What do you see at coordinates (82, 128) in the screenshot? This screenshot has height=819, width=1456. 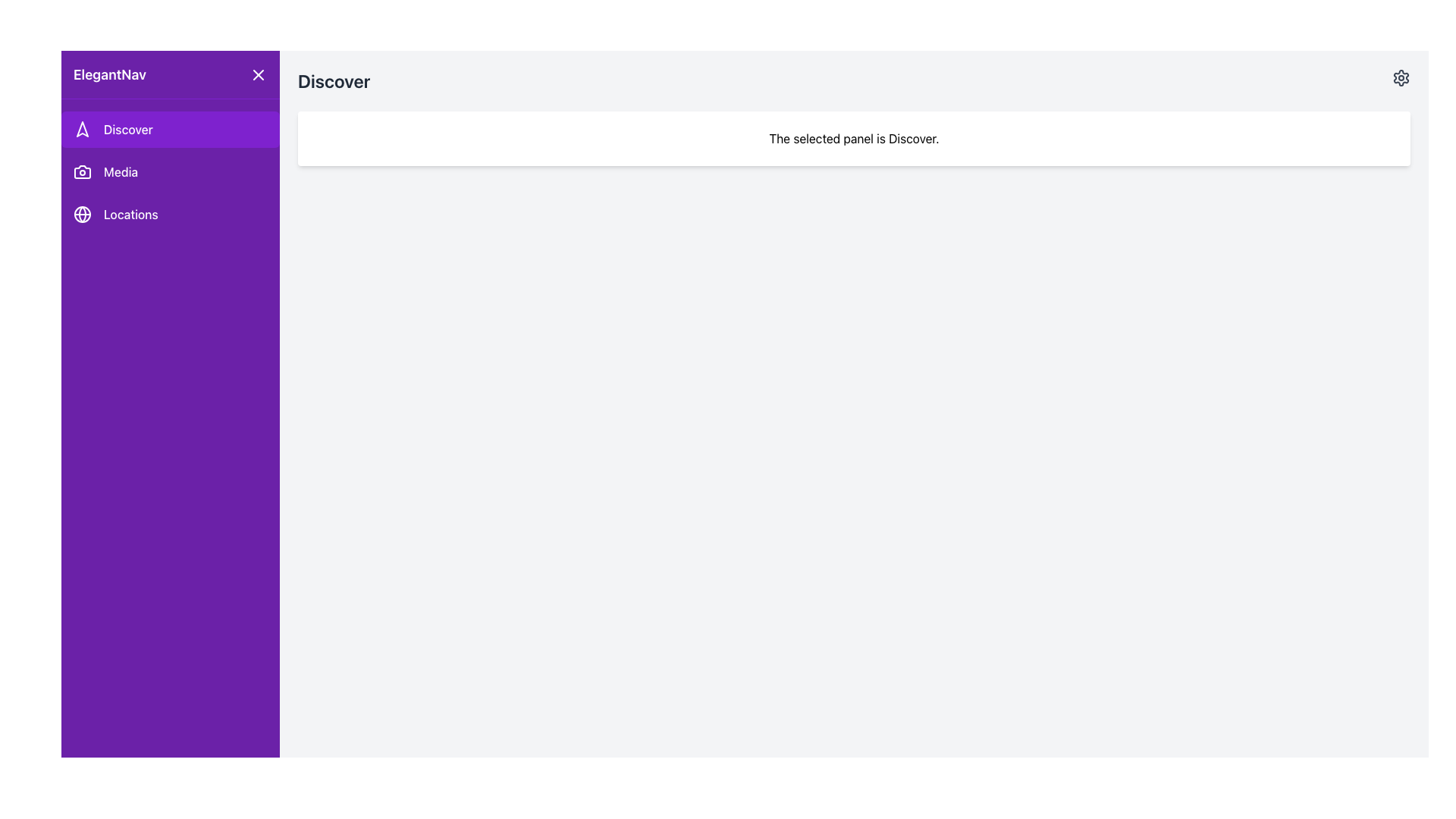 I see `the white navigation icon styled as a pointer or arrowhead, located to the left of the 'Discover' text in the vertical navigation menu` at bounding box center [82, 128].